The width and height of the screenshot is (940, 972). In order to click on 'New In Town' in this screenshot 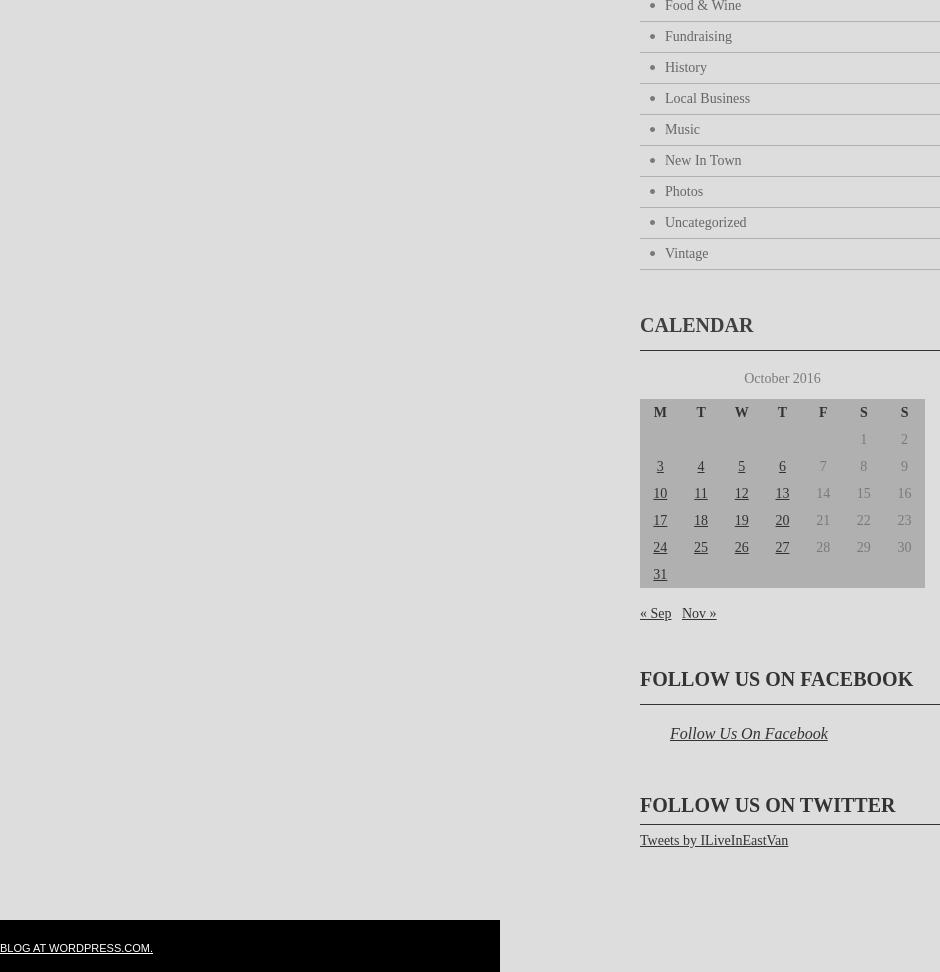, I will do `click(702, 160)`.